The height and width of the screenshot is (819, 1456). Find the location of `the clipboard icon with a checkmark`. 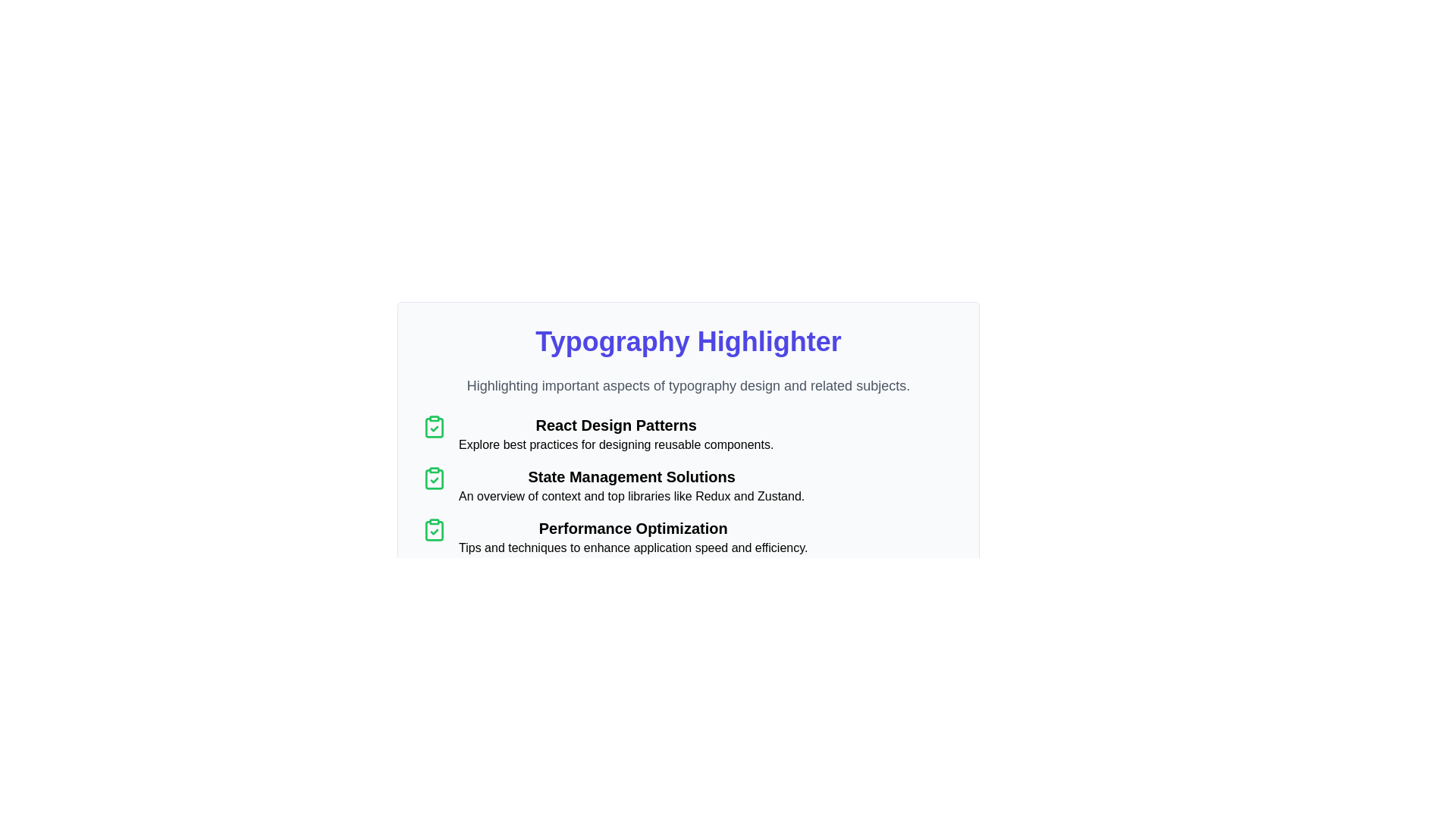

the clipboard icon with a checkmark is located at coordinates (433, 529).